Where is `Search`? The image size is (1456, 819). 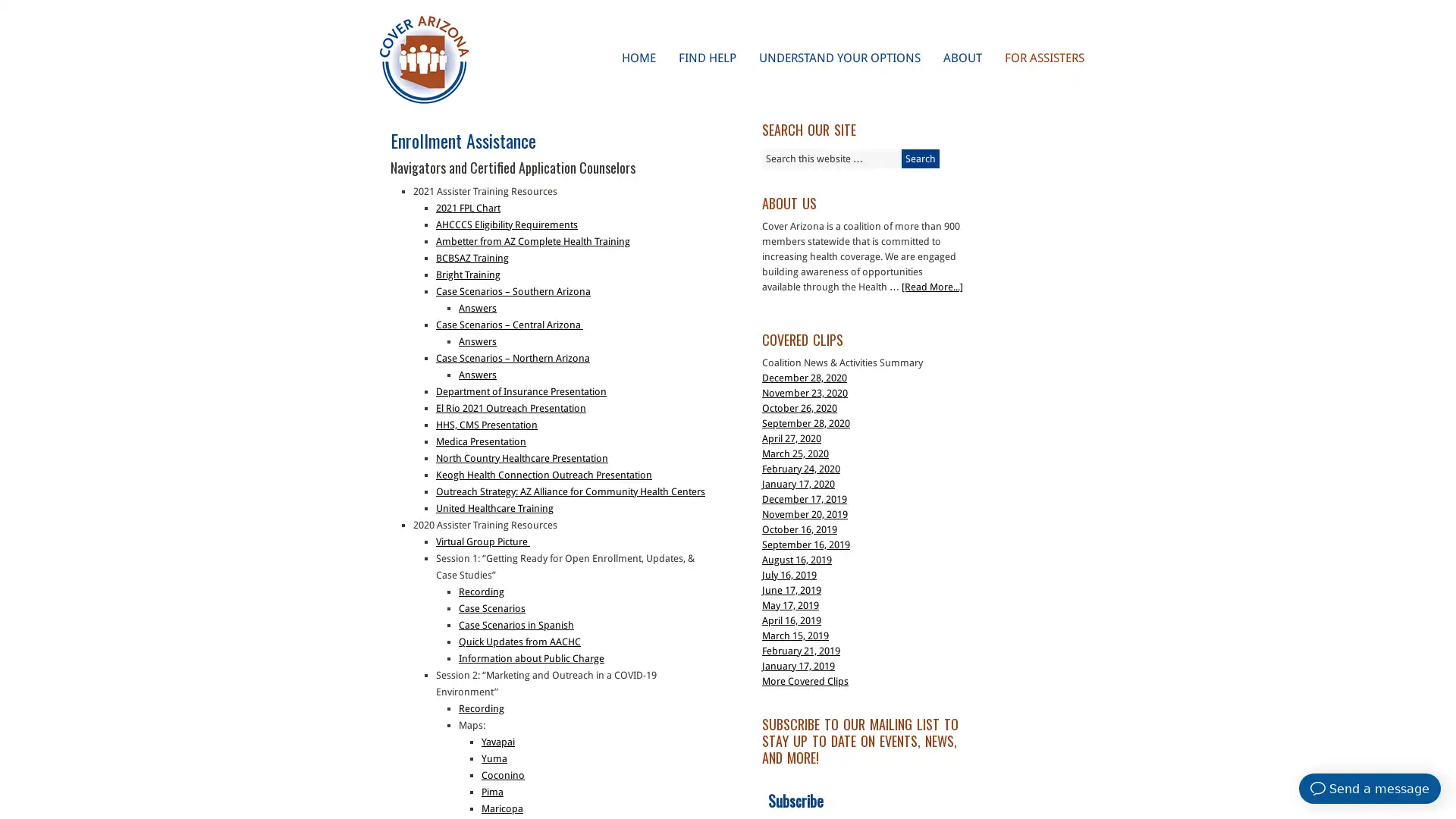 Search is located at coordinates (920, 158).